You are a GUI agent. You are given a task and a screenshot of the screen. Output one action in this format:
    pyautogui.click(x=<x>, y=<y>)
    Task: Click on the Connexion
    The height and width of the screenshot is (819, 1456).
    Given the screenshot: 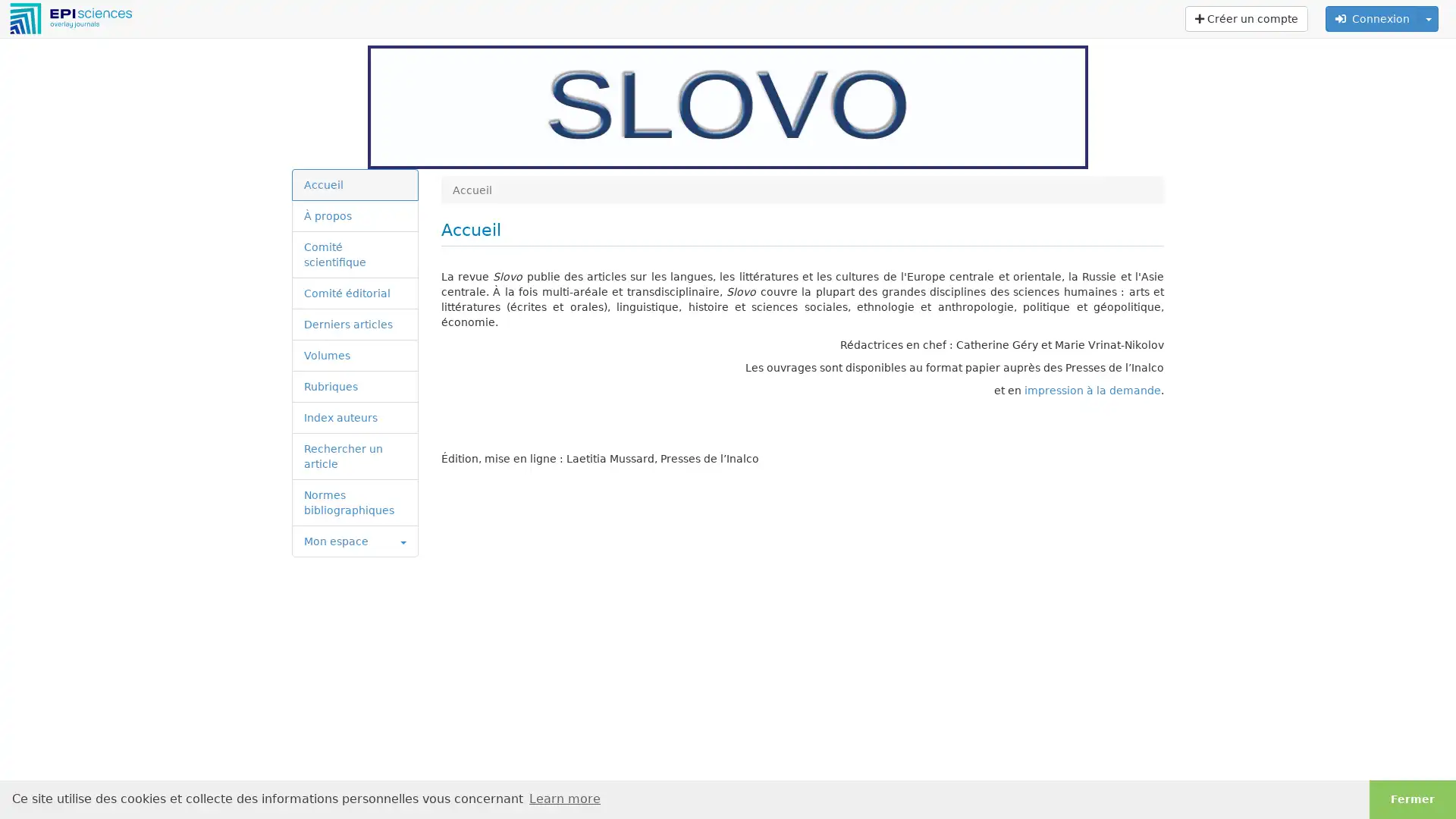 What is the action you would take?
    pyautogui.click(x=1372, y=18)
    